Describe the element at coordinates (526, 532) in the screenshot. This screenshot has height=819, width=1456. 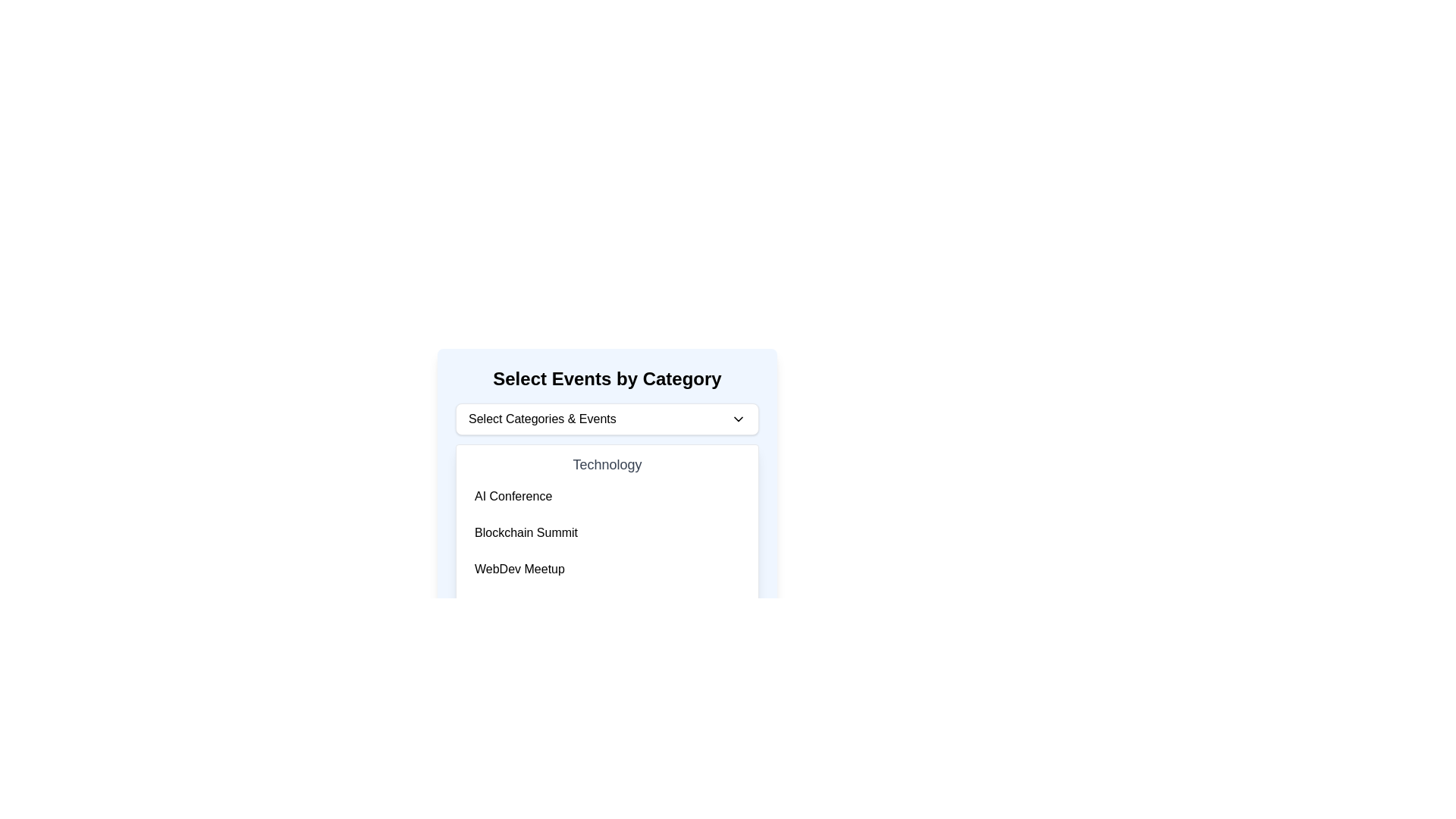
I see `the 'Blockchain Summit' label, which is the second item in the 'Technology' section of the event categories list` at that location.